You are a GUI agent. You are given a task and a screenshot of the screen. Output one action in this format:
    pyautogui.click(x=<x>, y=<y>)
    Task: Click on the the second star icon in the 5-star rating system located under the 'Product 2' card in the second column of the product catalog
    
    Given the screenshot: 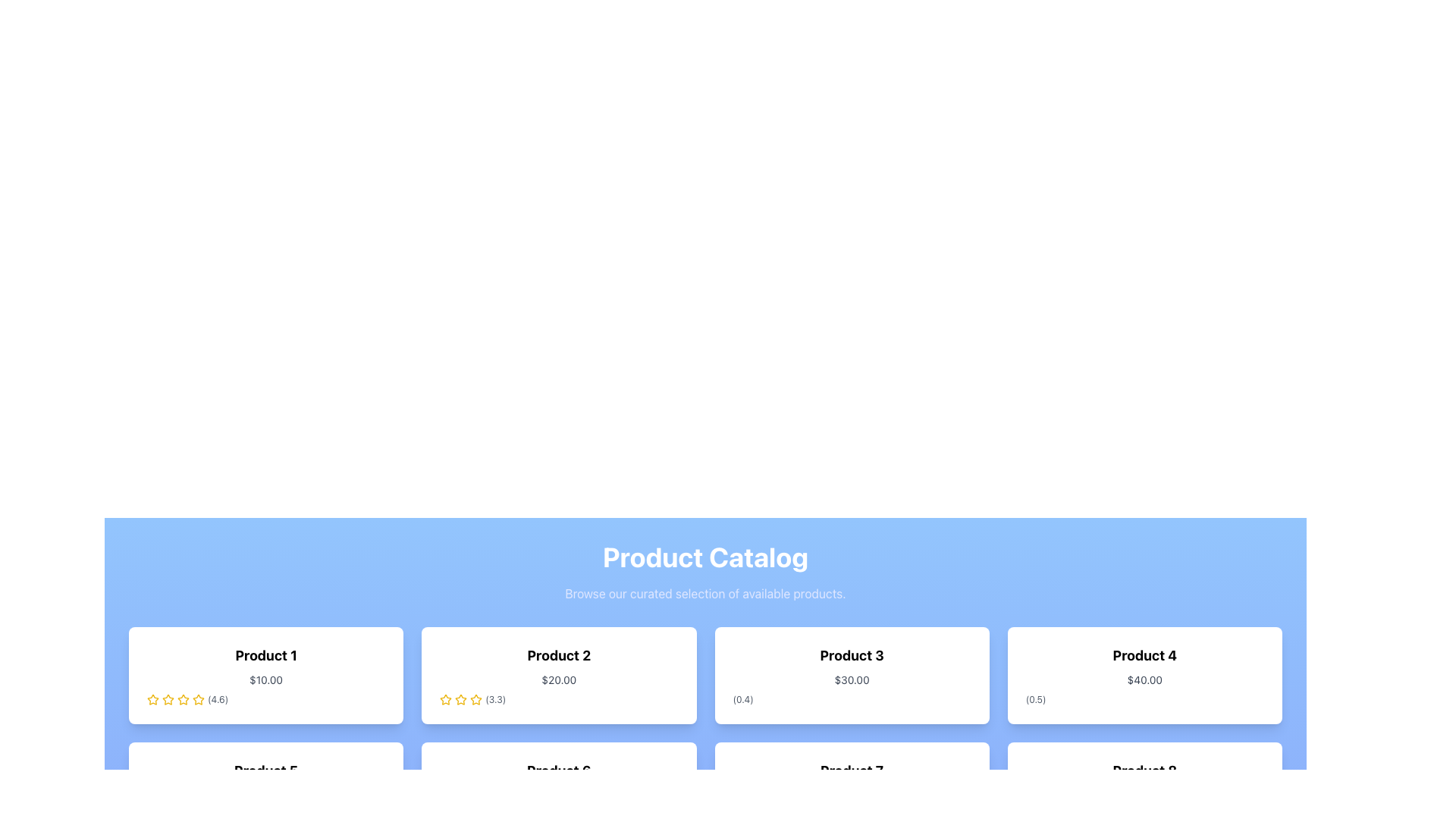 What is the action you would take?
    pyautogui.click(x=475, y=699)
    